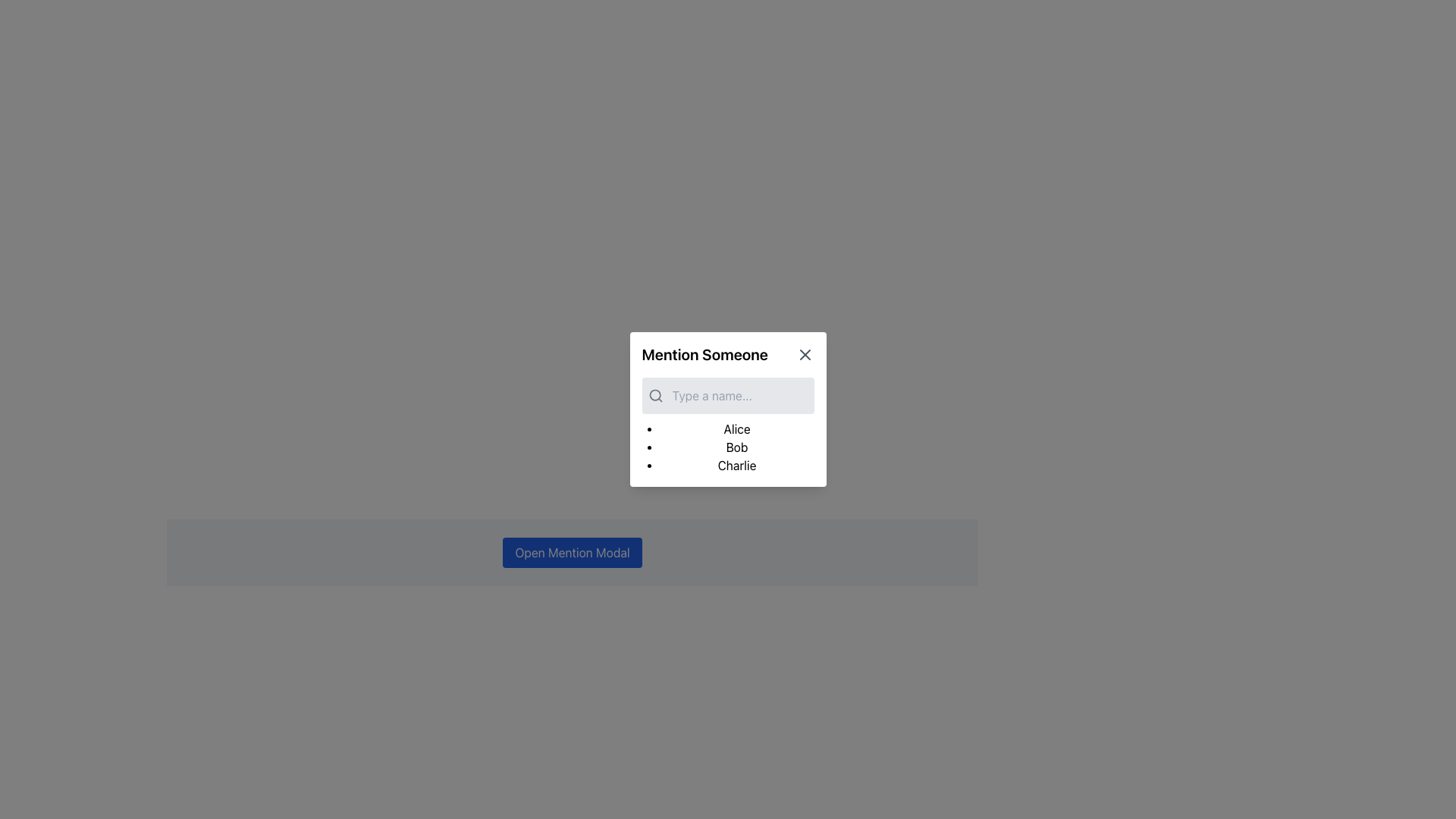 This screenshot has width=1456, height=819. Describe the element at coordinates (804, 354) in the screenshot. I see `the dismiss button located at the top-right corner of the modal containing the text 'Mention Someone'` at that location.